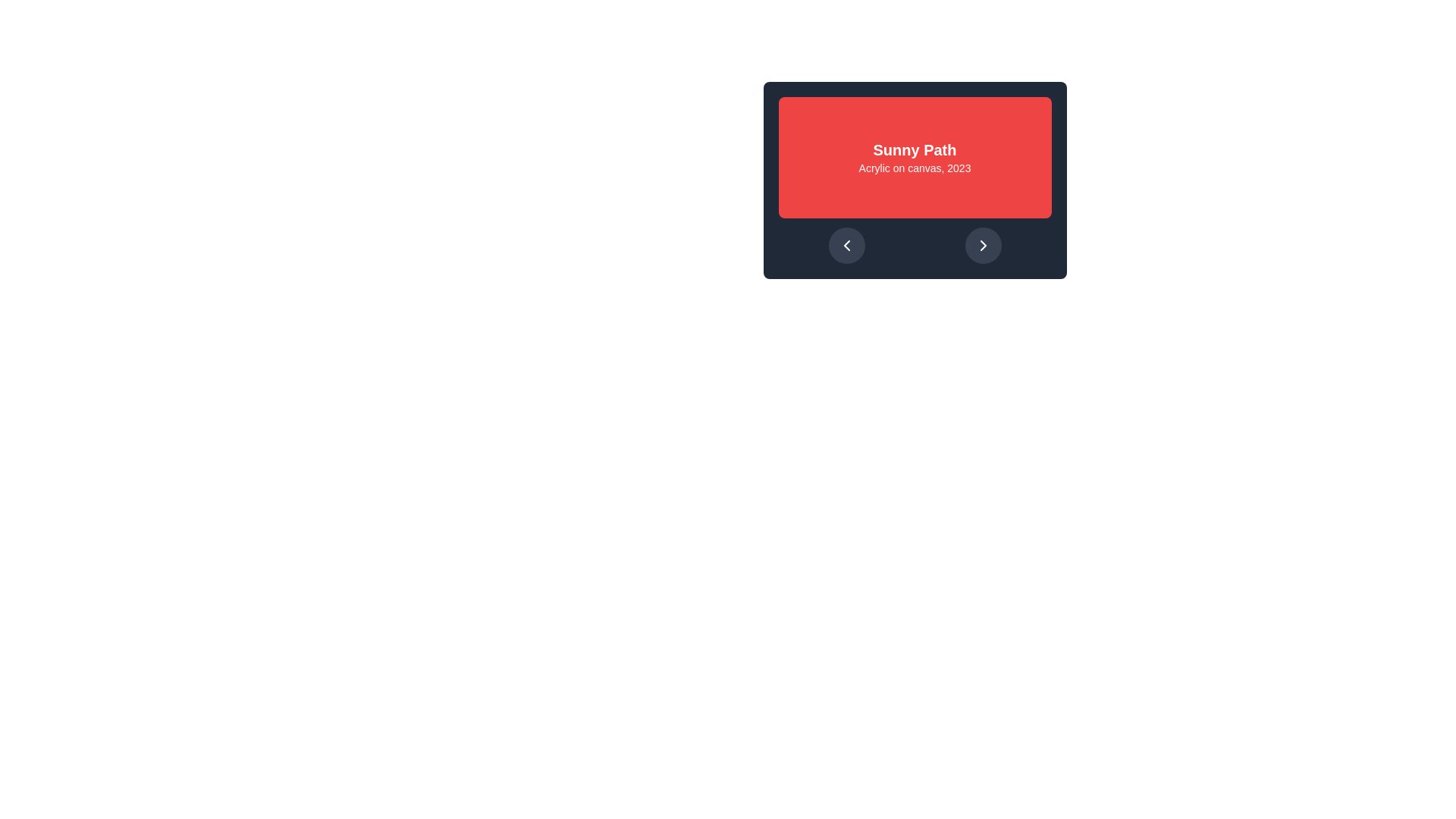 This screenshot has width=1456, height=819. What do you see at coordinates (846, 245) in the screenshot?
I see `the left-facing chevron icon button` at bounding box center [846, 245].